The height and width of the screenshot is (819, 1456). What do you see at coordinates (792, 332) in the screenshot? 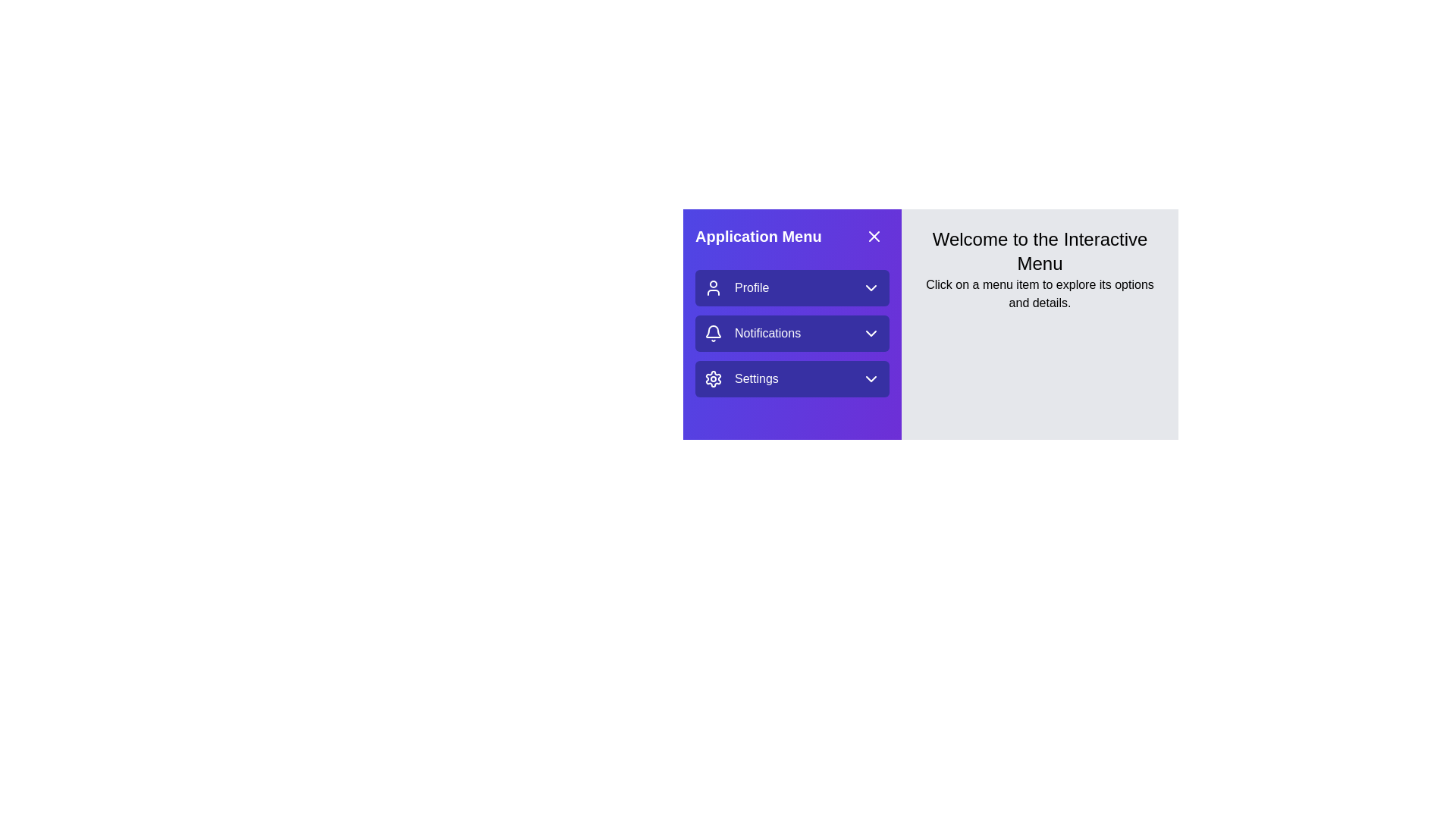
I see `the 'Notifications' button, which is the second option in the vertical menu` at bounding box center [792, 332].